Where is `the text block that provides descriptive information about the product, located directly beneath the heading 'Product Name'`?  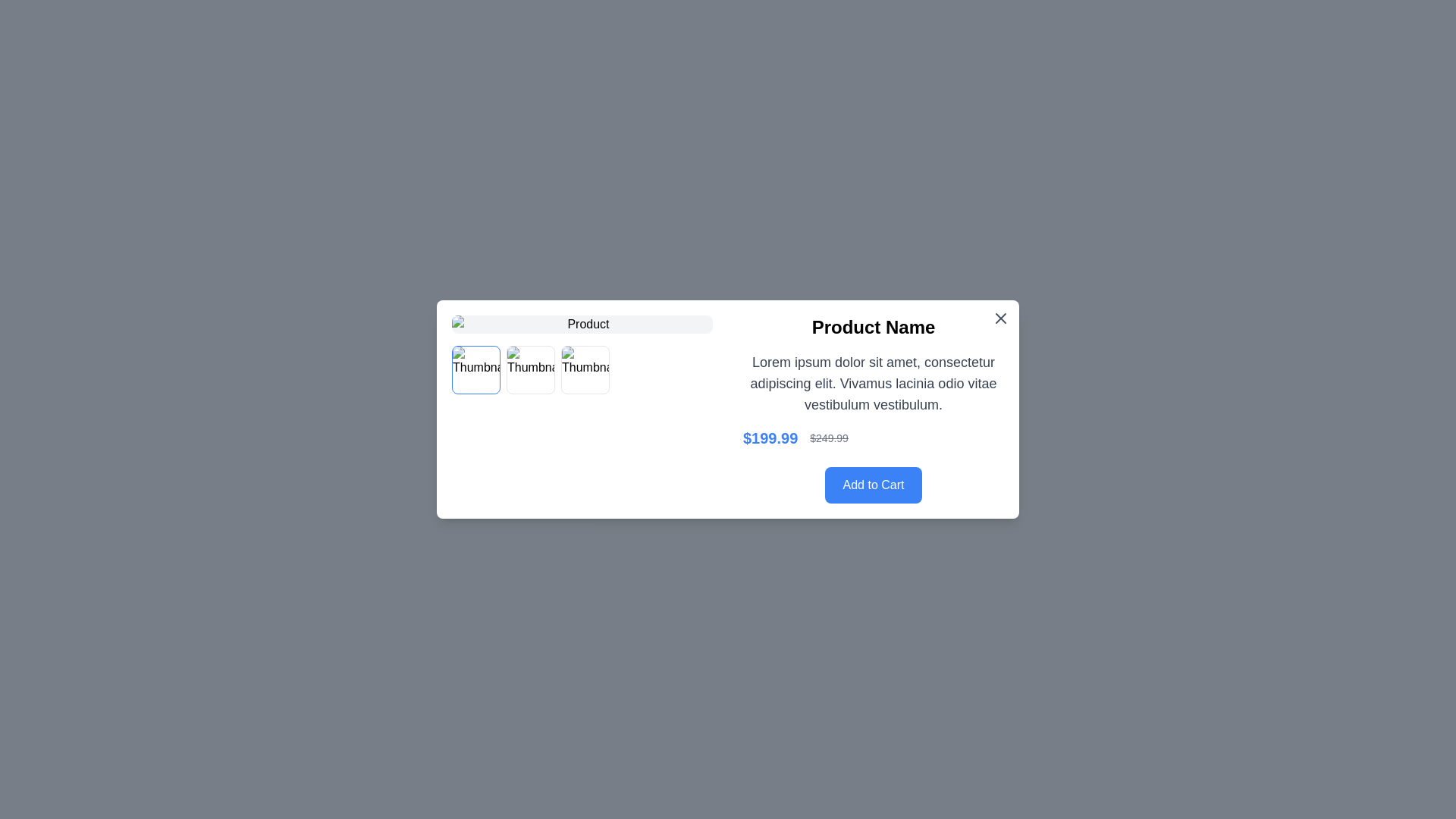 the text block that provides descriptive information about the product, located directly beneath the heading 'Product Name' is located at coordinates (874, 382).